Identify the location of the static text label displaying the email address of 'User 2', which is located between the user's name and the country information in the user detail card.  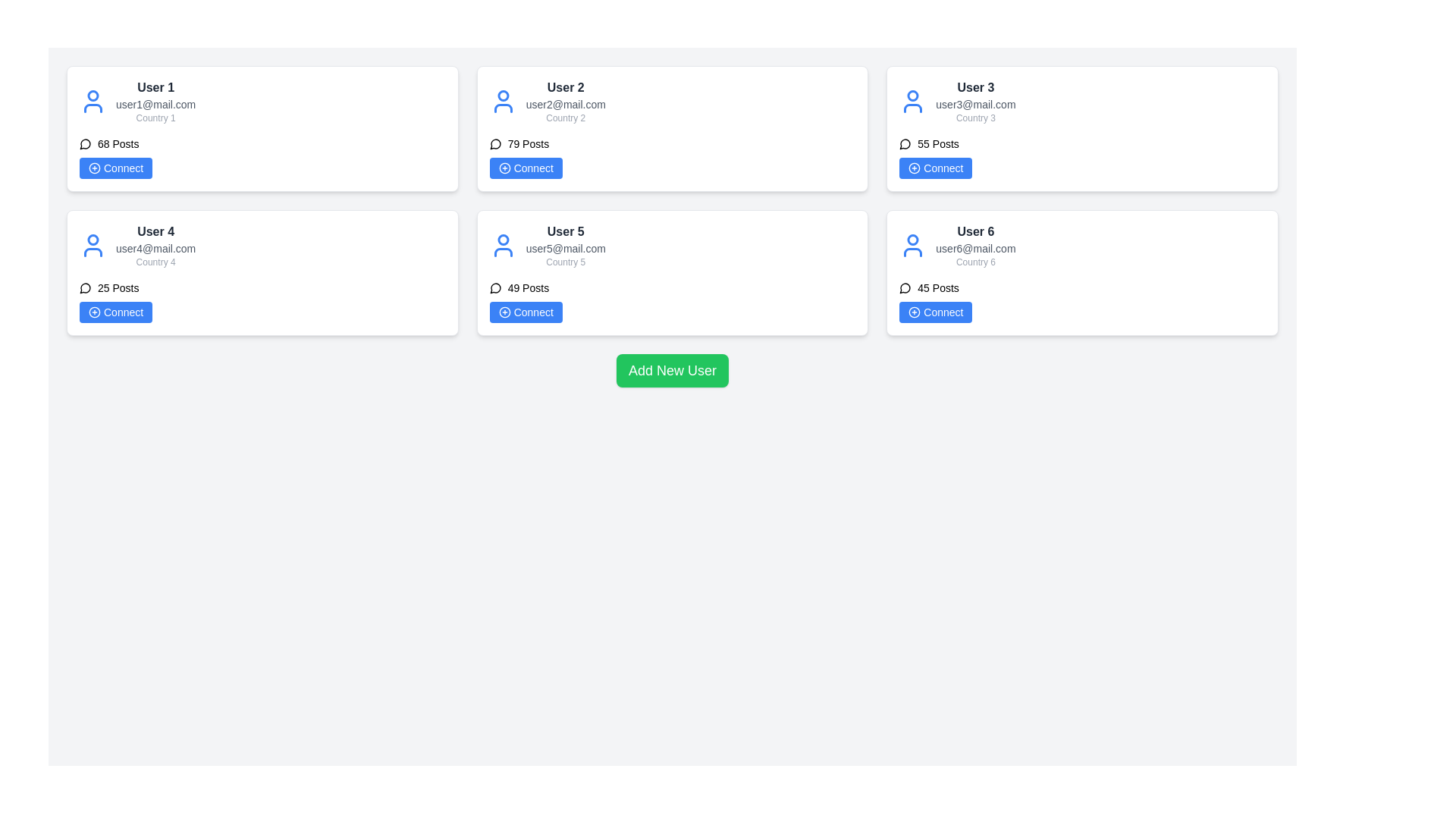
(565, 104).